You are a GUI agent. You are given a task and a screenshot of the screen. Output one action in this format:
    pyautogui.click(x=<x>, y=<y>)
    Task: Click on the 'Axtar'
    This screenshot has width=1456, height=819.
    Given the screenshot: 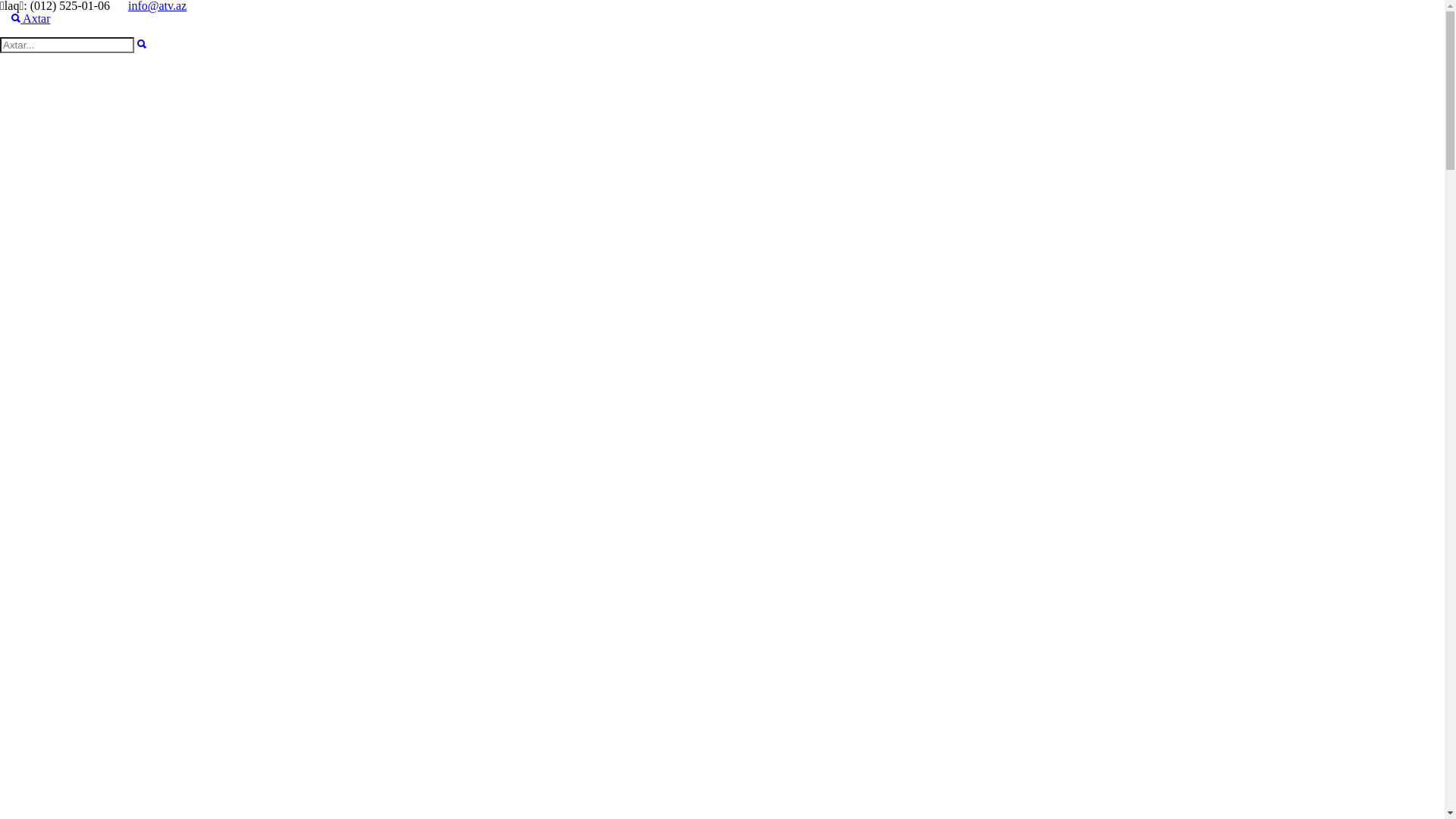 What is the action you would take?
    pyautogui.click(x=142, y=43)
    